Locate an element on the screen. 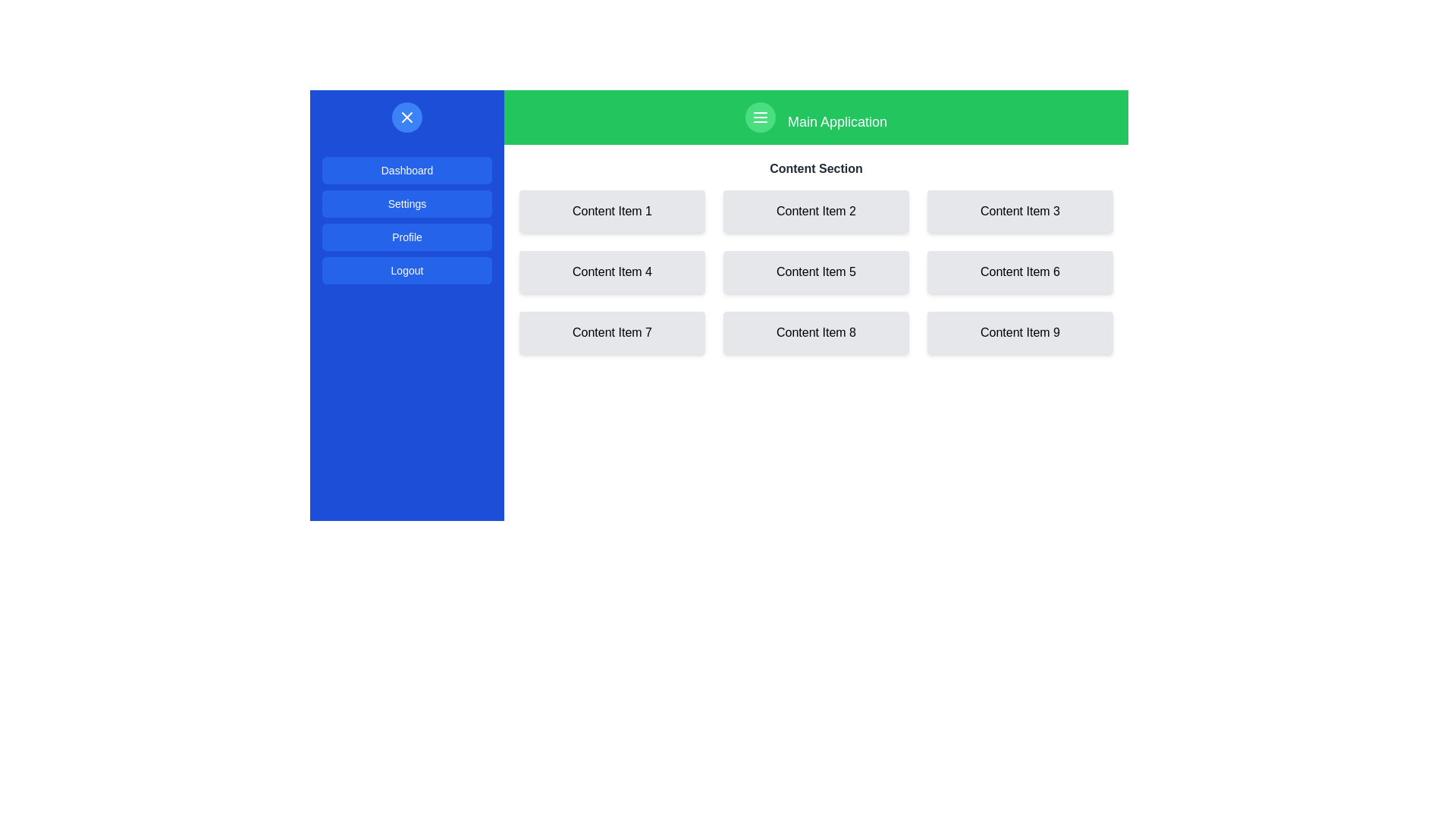 The width and height of the screenshot is (1456, 819). the static content item box located in the second row, third column of a 3x3 grid layout, adjacent to 'Content Item 5' on the left and above 'Content Item 9' is located at coordinates (1020, 271).